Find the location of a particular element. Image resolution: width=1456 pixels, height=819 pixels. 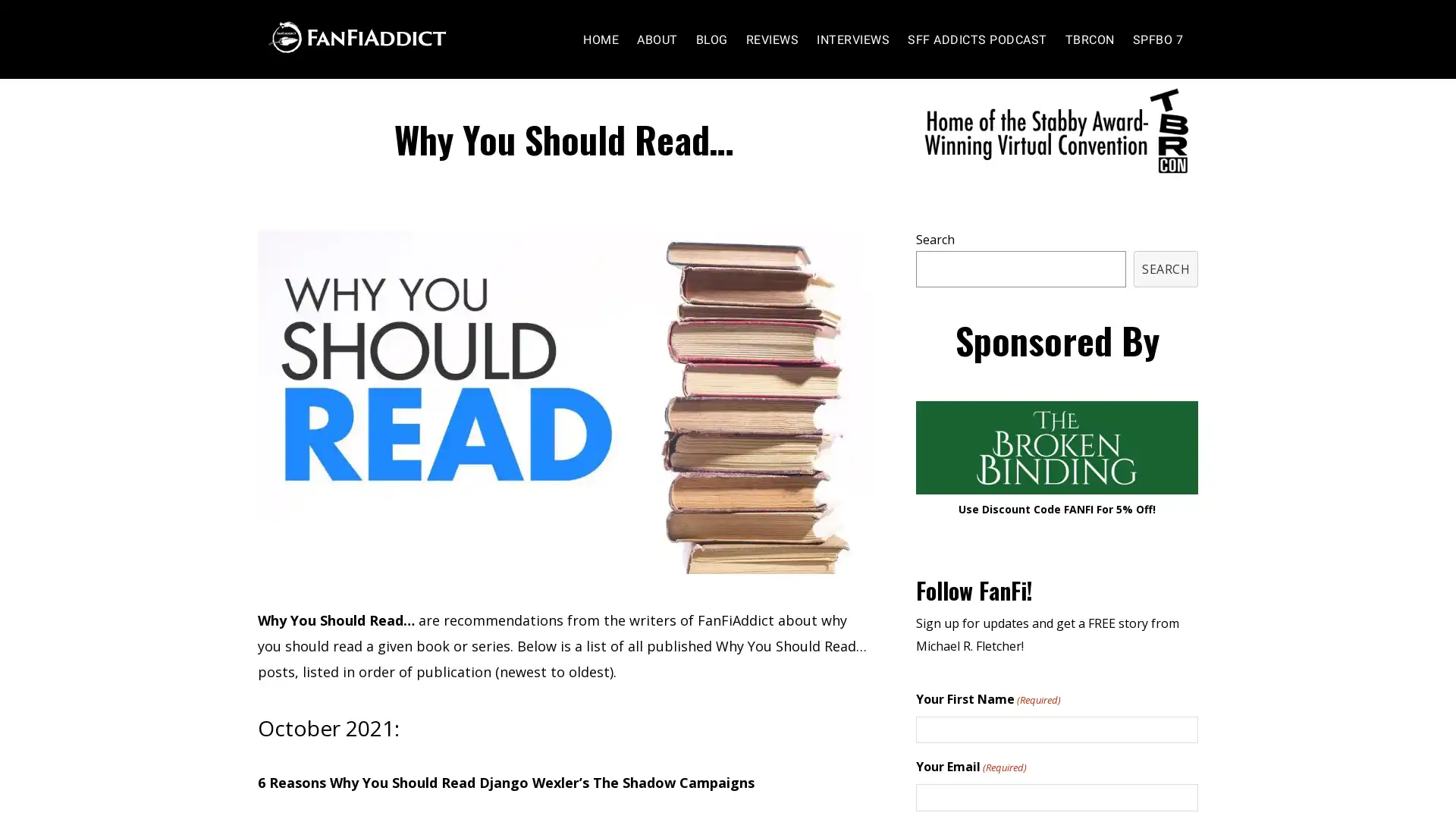

SEARCH is located at coordinates (1165, 298).